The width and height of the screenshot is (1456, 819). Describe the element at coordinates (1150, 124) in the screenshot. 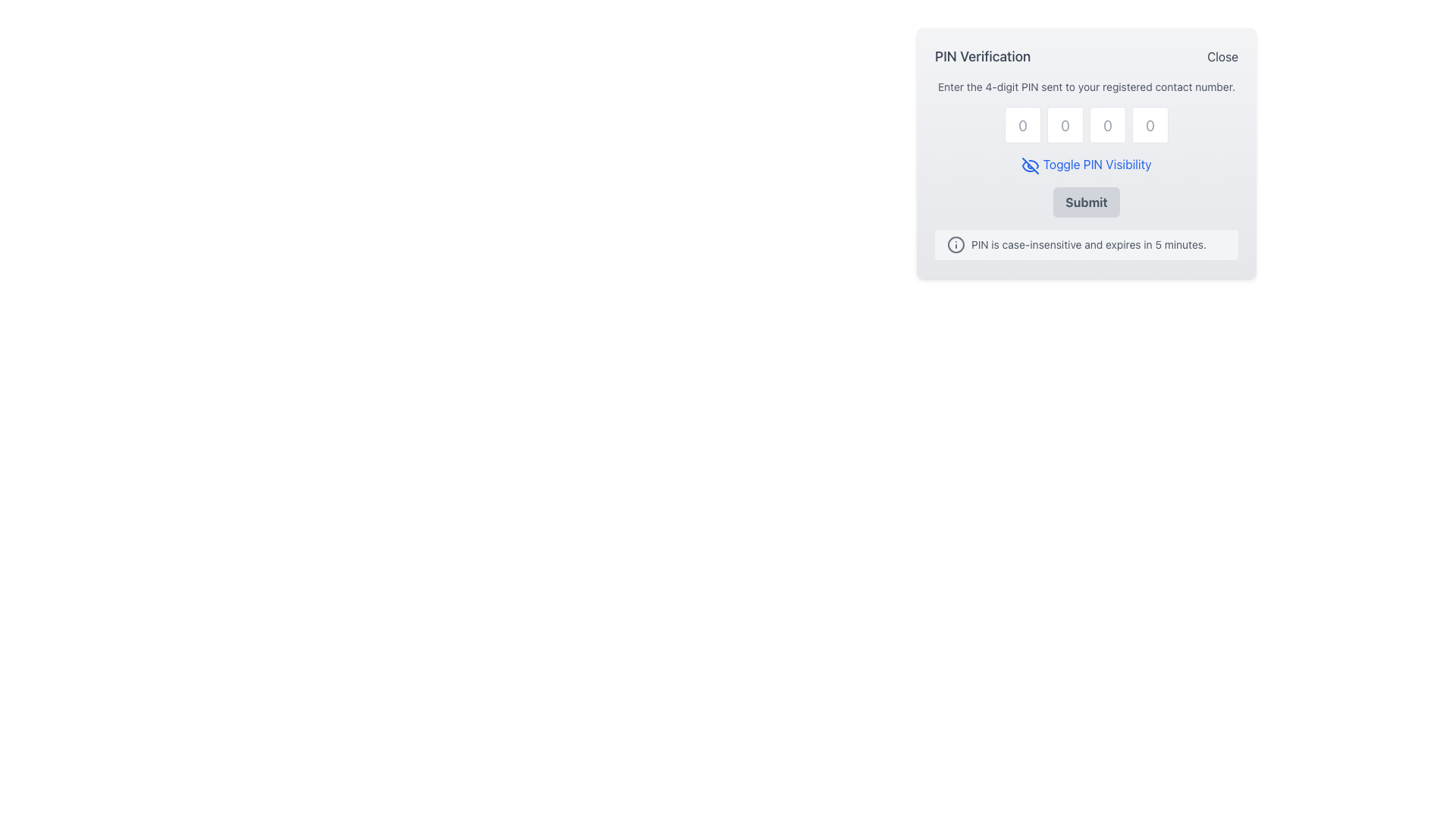

I see `the fourth text input field in the 'PIN Verification' modal to focus on it` at that location.